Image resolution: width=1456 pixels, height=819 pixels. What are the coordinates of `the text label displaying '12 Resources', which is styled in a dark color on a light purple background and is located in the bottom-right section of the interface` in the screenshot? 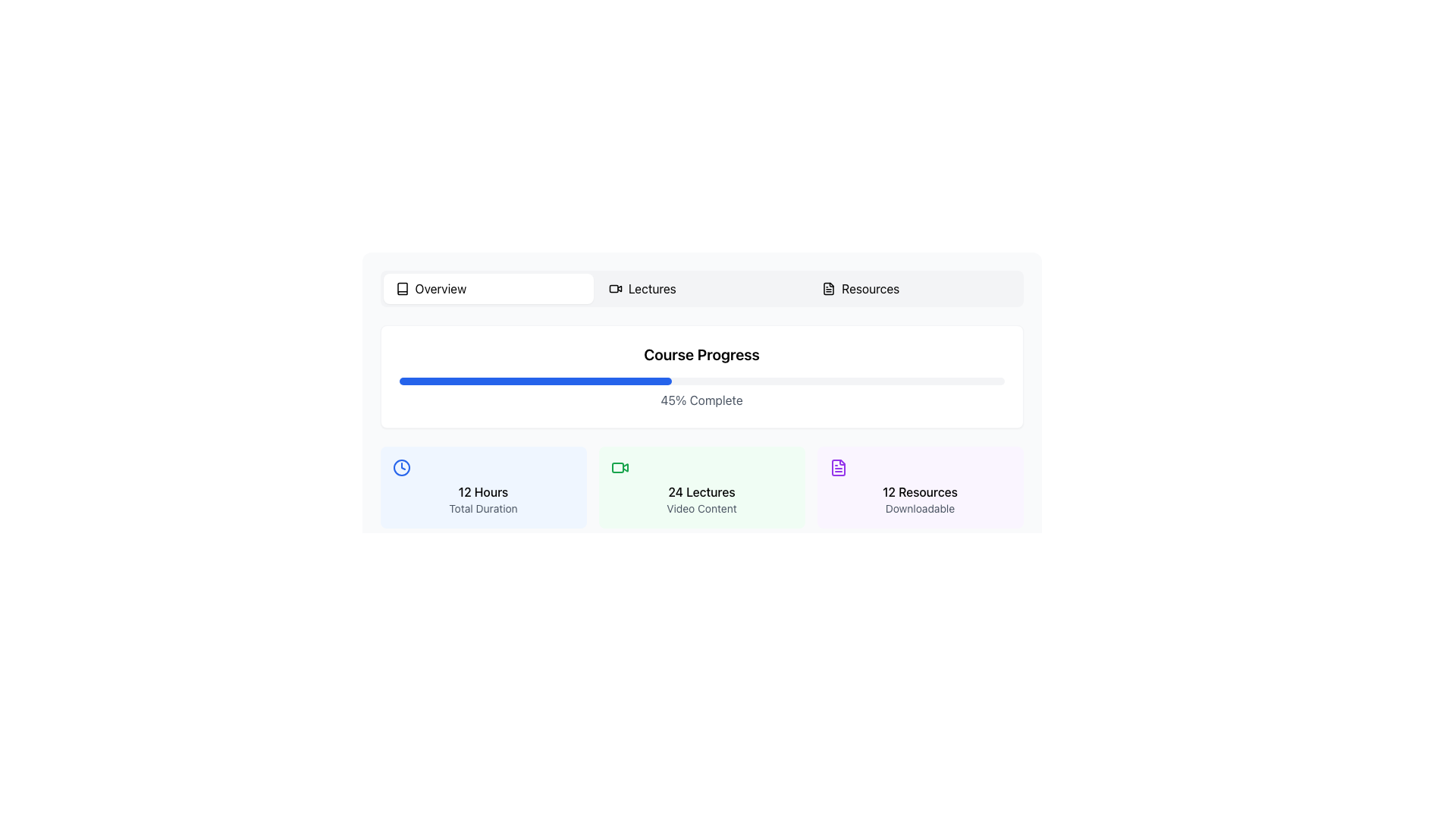 It's located at (919, 491).